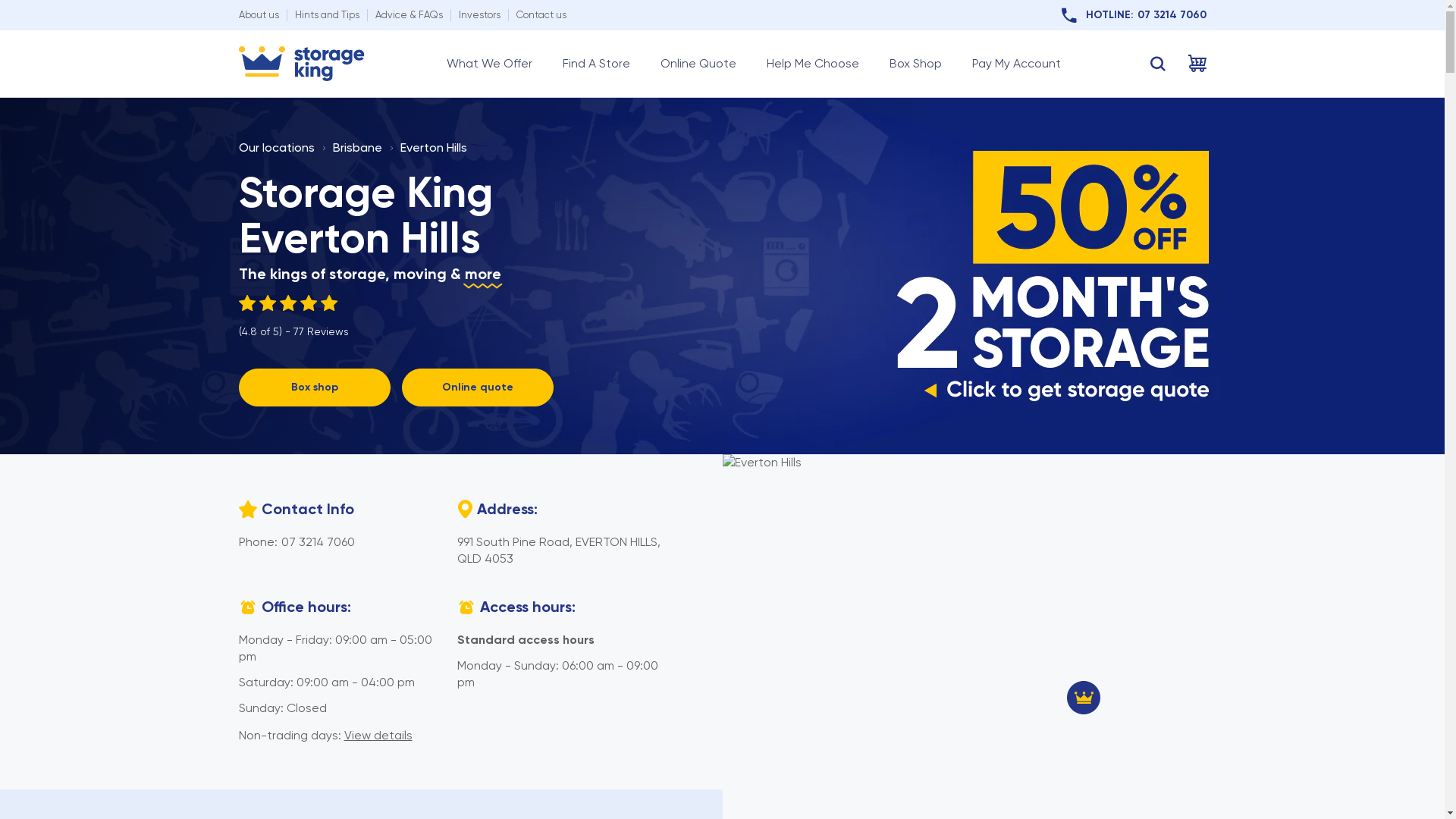  I want to click on '(4.8 of 5) - 77 Reviews', so click(293, 315).